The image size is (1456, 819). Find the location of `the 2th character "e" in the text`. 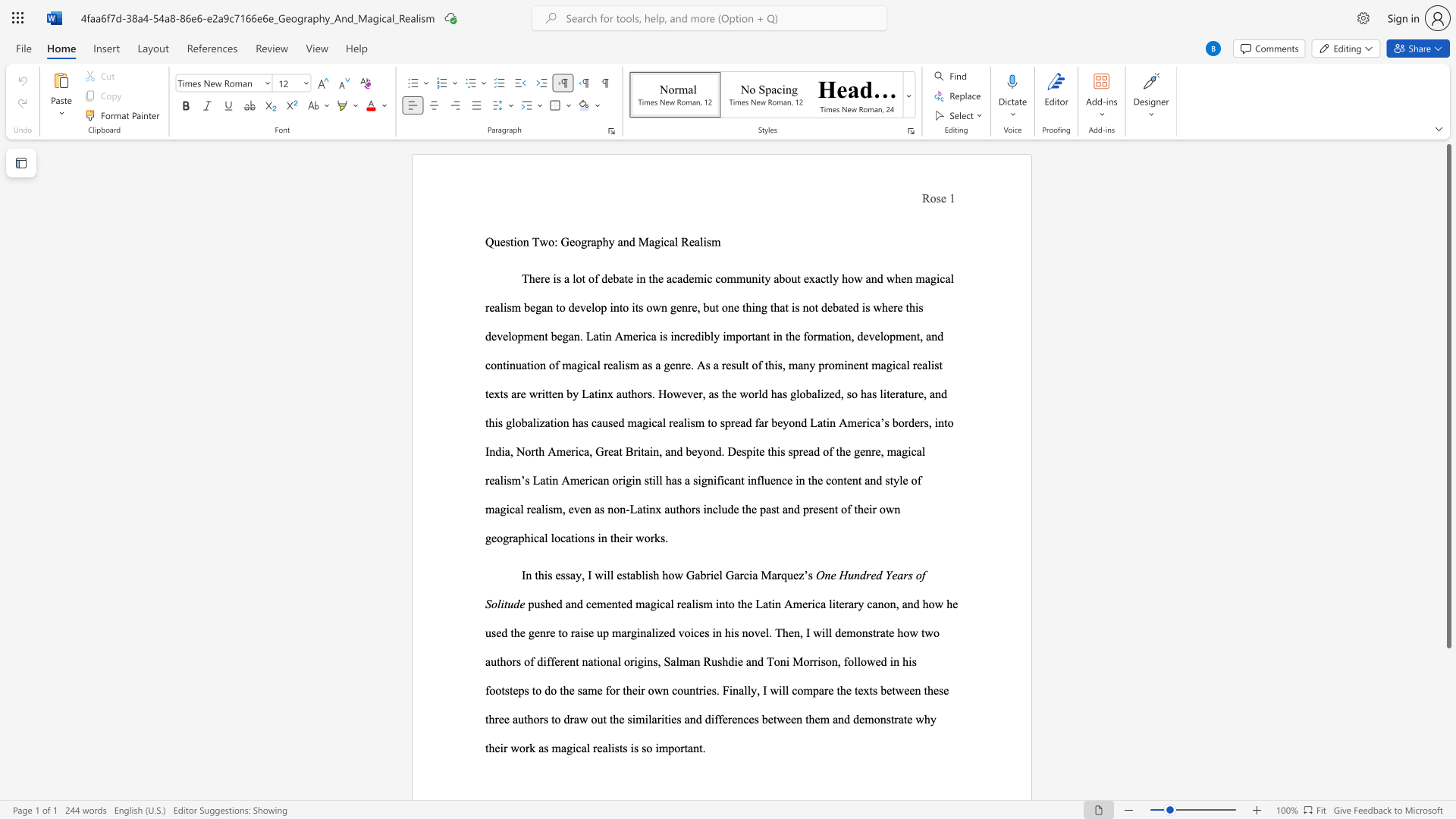

the 2th character "e" in the text is located at coordinates (891, 632).